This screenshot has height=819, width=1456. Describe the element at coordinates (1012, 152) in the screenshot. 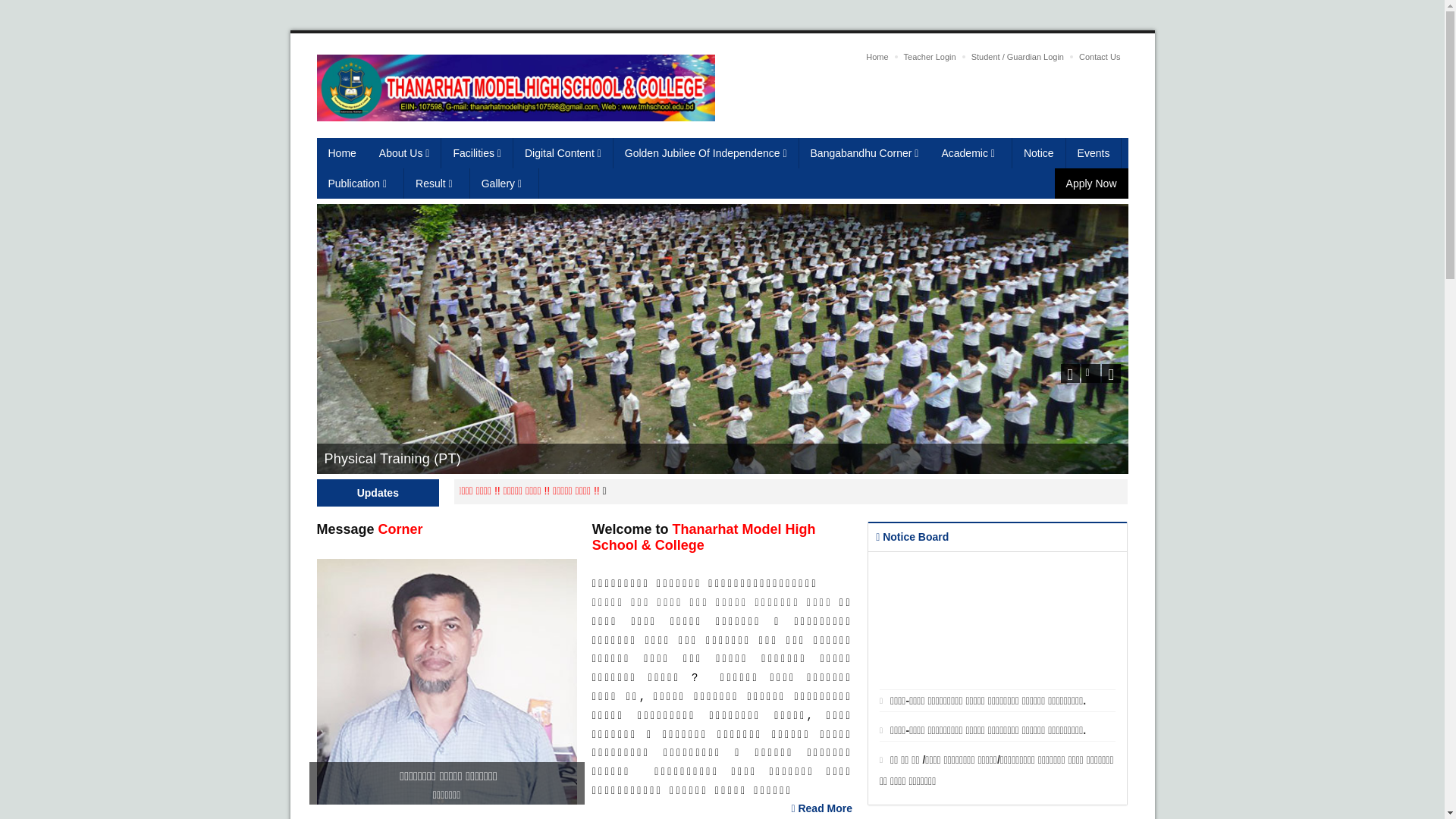

I see `'Notice'` at that location.